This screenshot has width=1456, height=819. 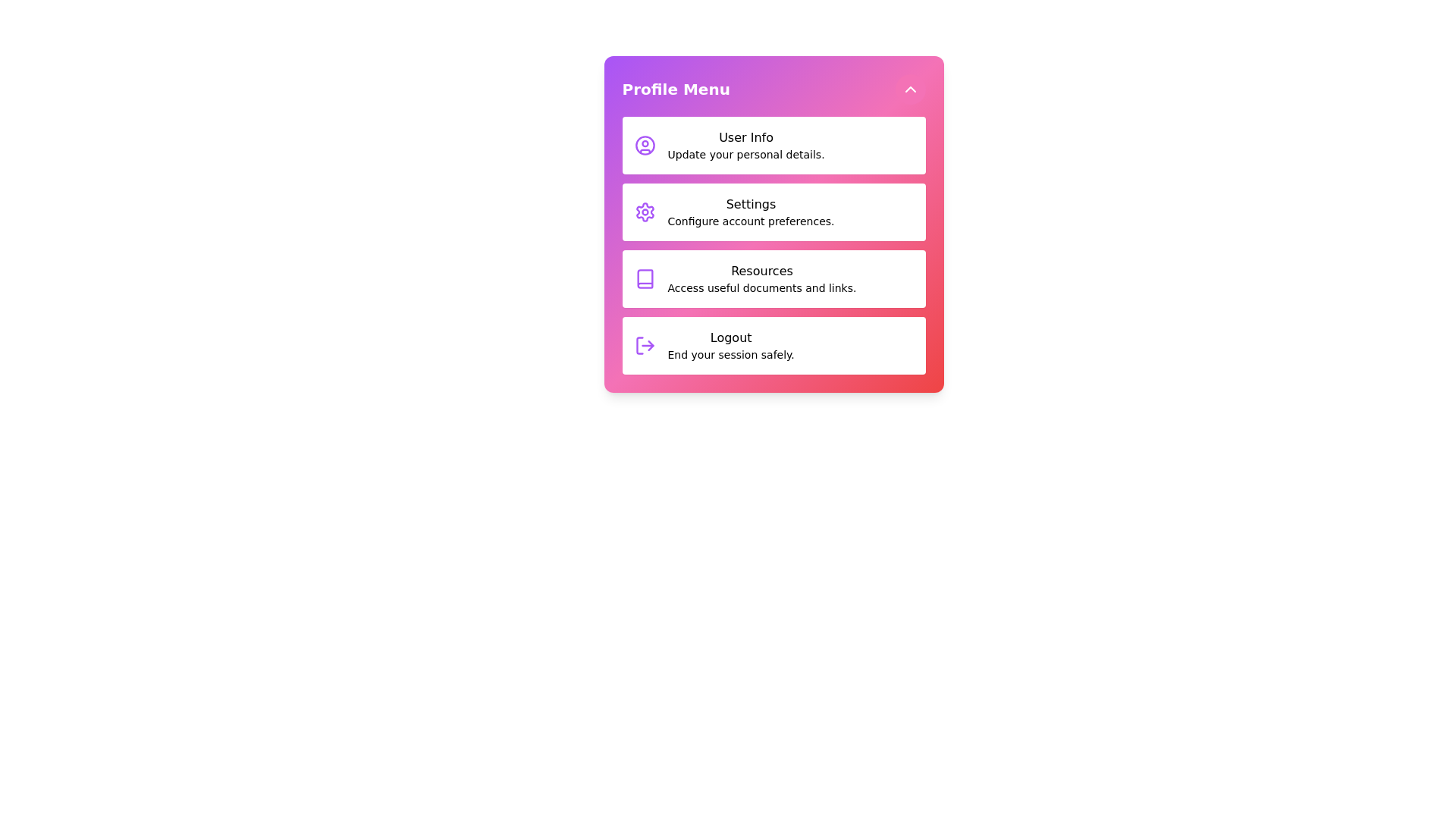 What do you see at coordinates (773, 212) in the screenshot?
I see `the menu item Settings from the profile menu` at bounding box center [773, 212].